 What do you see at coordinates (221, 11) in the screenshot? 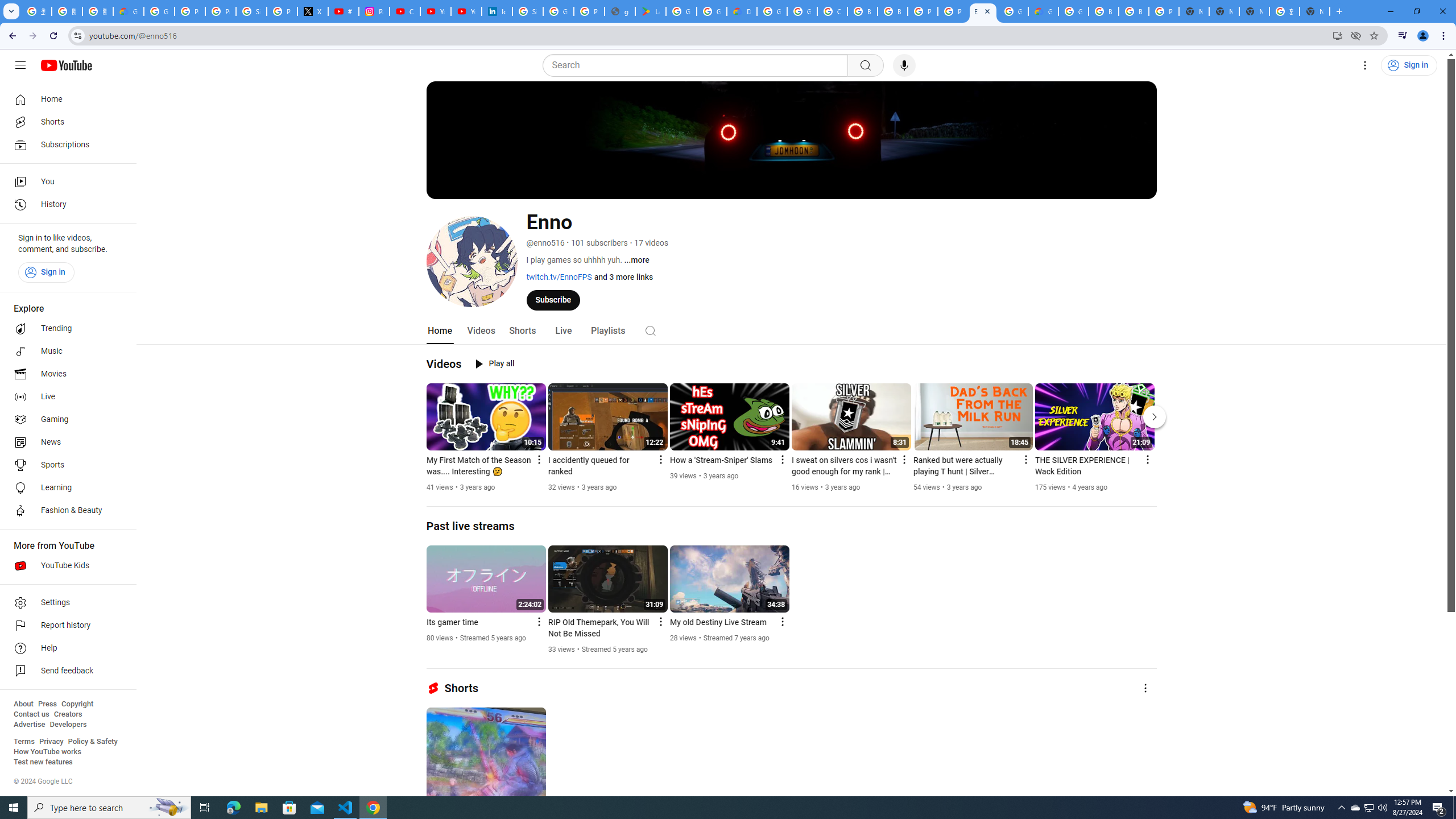
I see `'Privacy Help Center - Policies Help'` at bounding box center [221, 11].